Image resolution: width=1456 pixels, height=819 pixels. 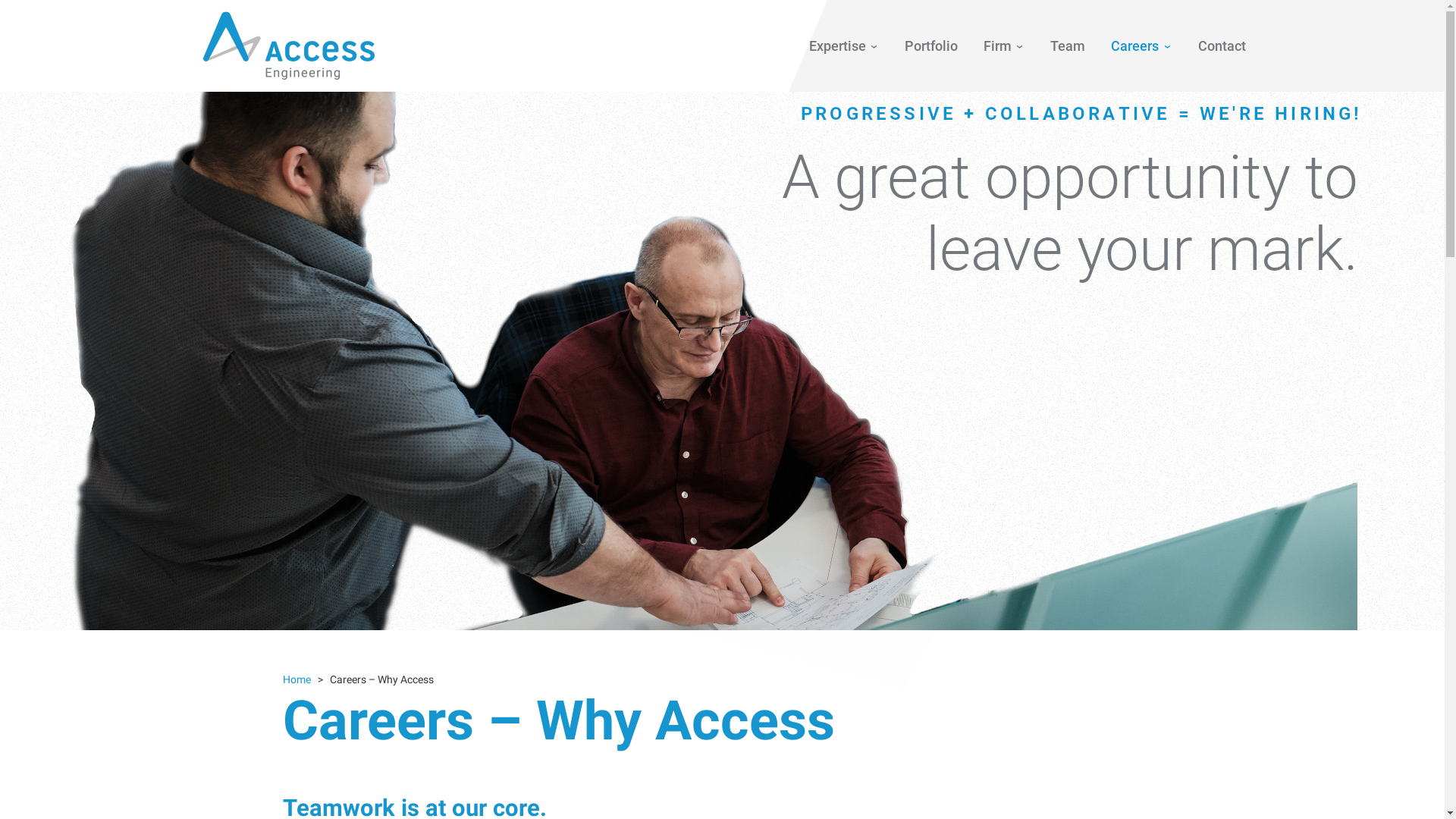 What do you see at coordinates (1222, 45) in the screenshot?
I see `'Contact'` at bounding box center [1222, 45].